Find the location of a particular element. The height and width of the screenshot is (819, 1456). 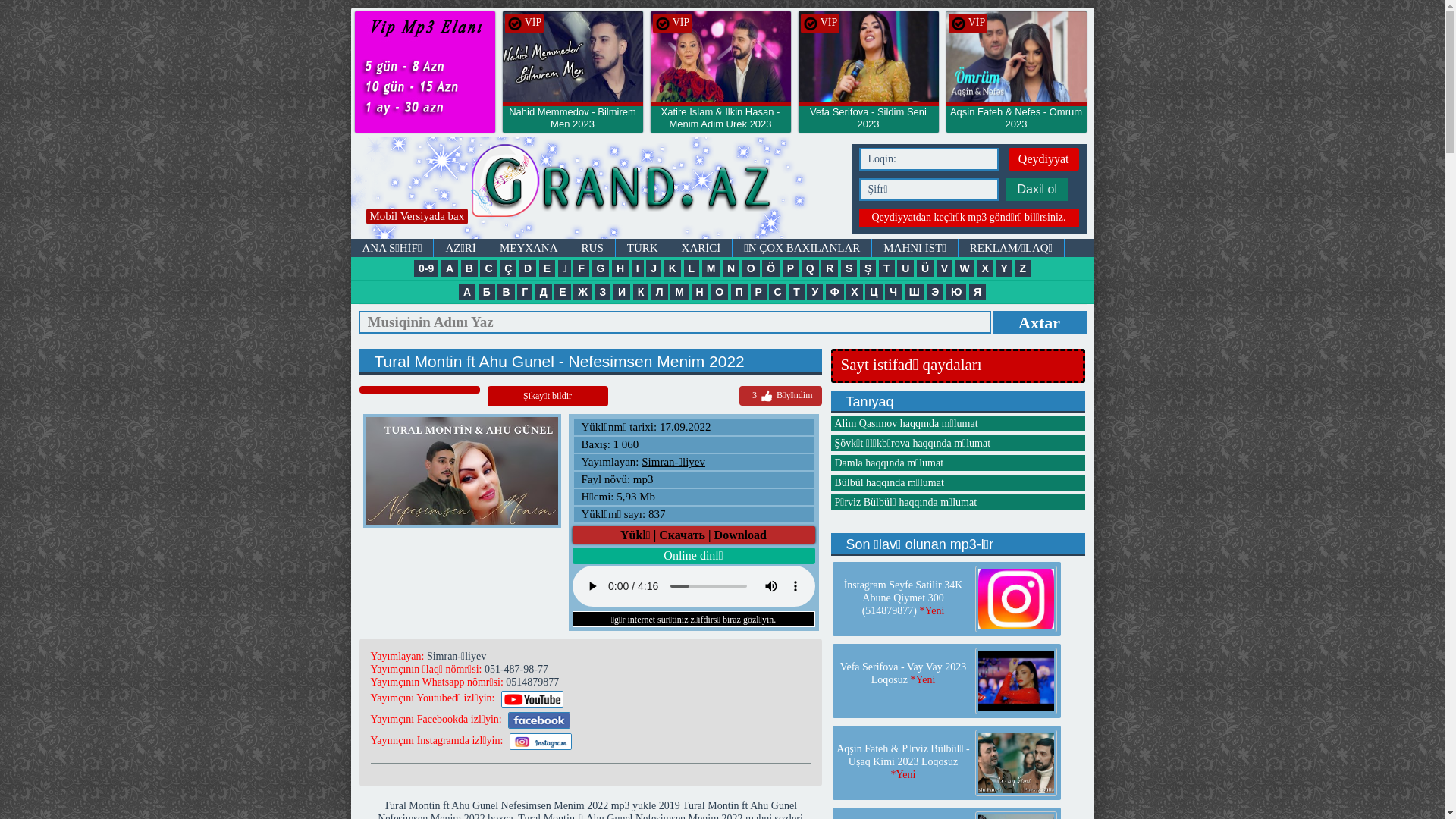

'K' is located at coordinates (672, 268).